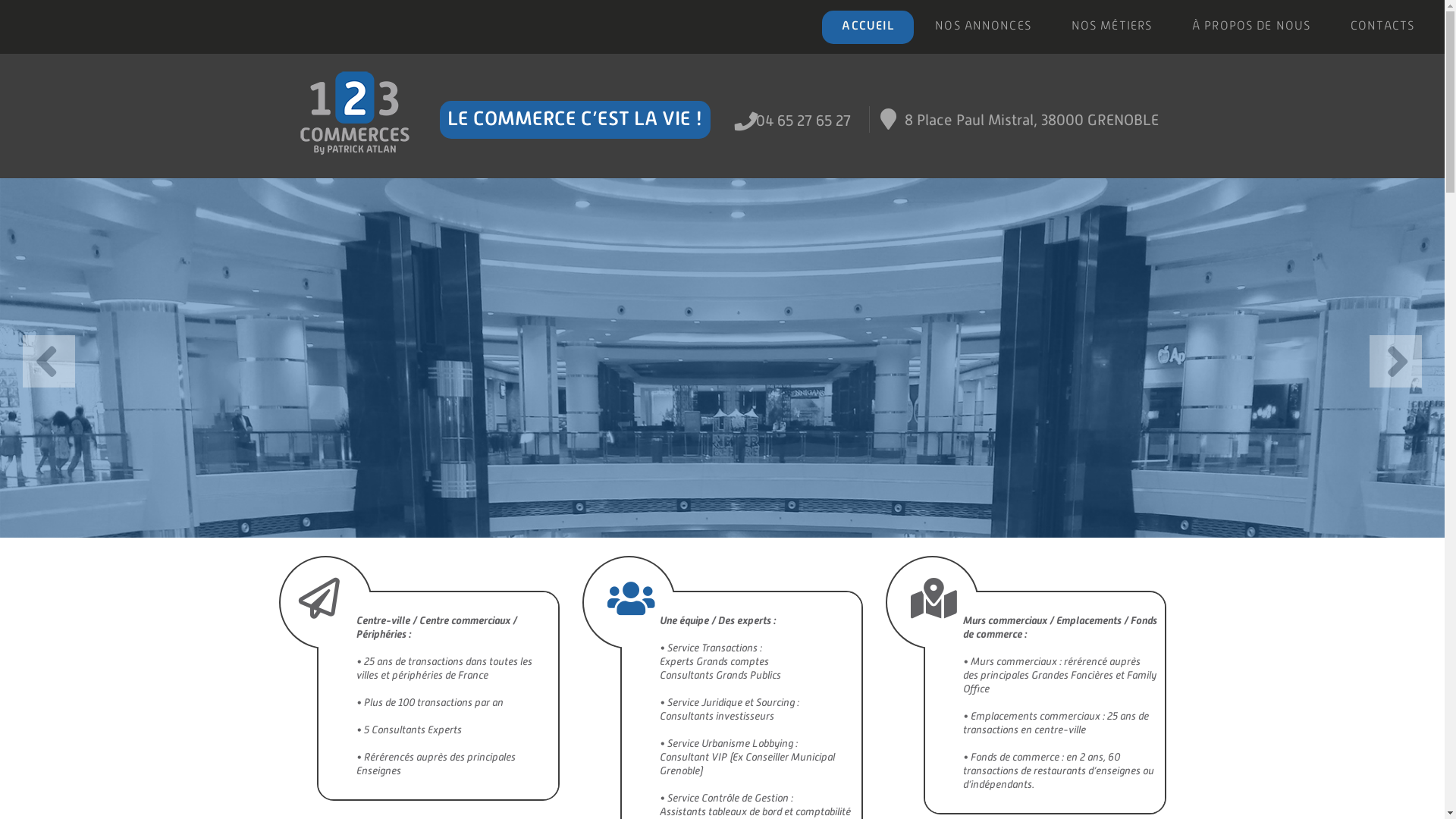  I want to click on 'ACCUEIL', so click(868, 27).